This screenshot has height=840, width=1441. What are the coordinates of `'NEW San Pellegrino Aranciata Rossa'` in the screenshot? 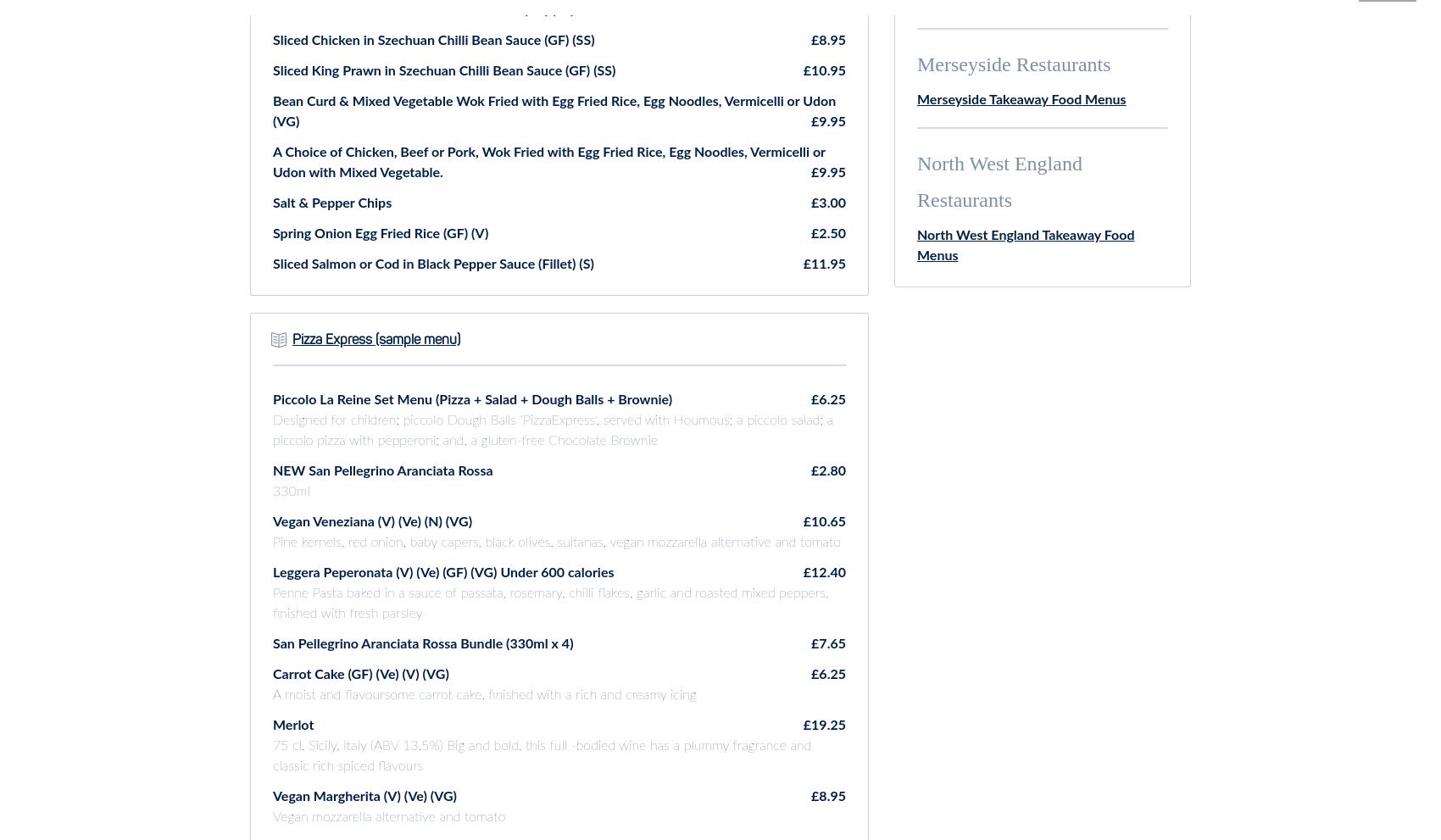 It's located at (382, 469).